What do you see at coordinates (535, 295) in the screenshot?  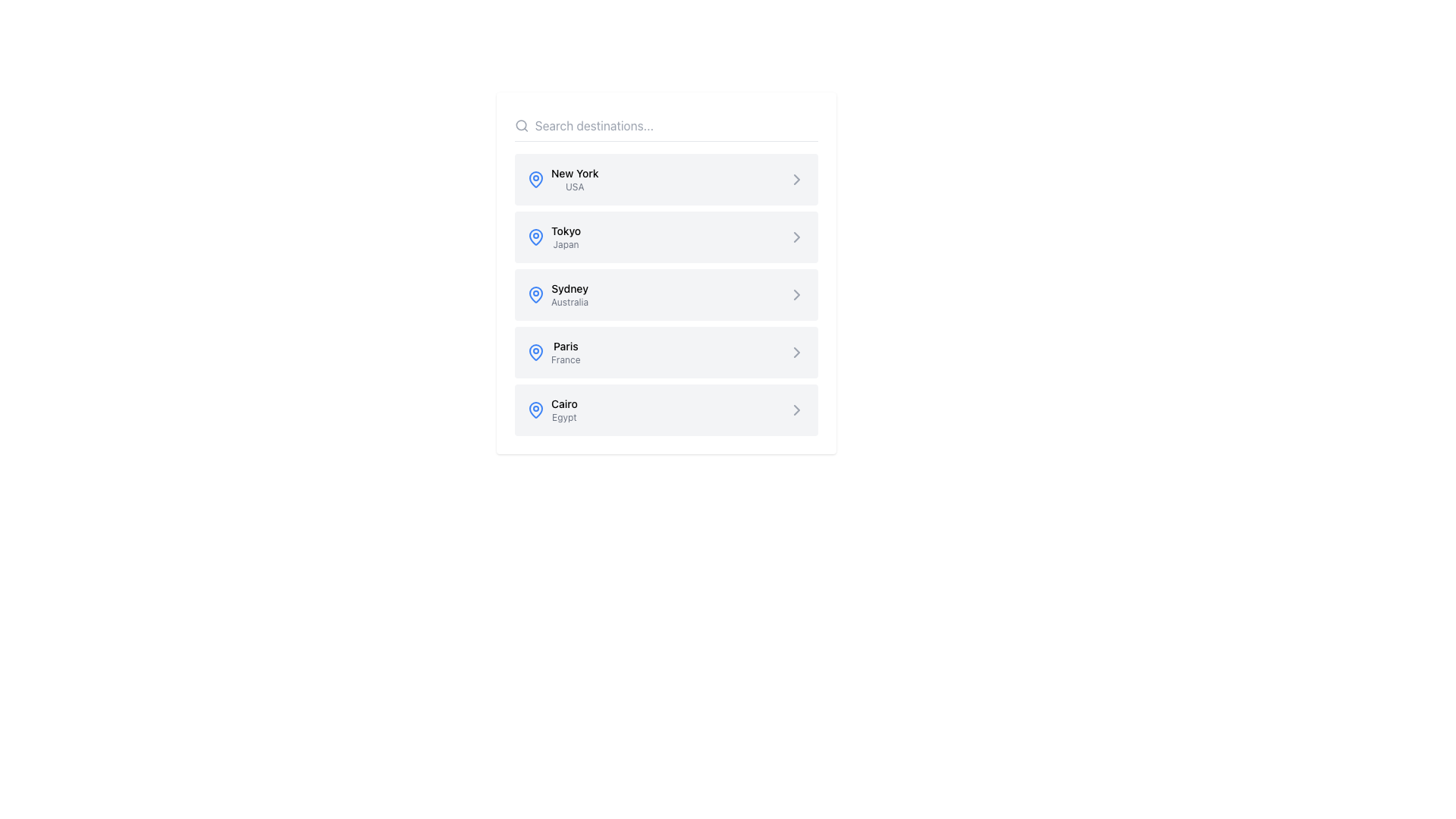 I see `the blue map pin icon located to the left of the 'Sydney' text label in the third list item of the destinations list` at bounding box center [535, 295].